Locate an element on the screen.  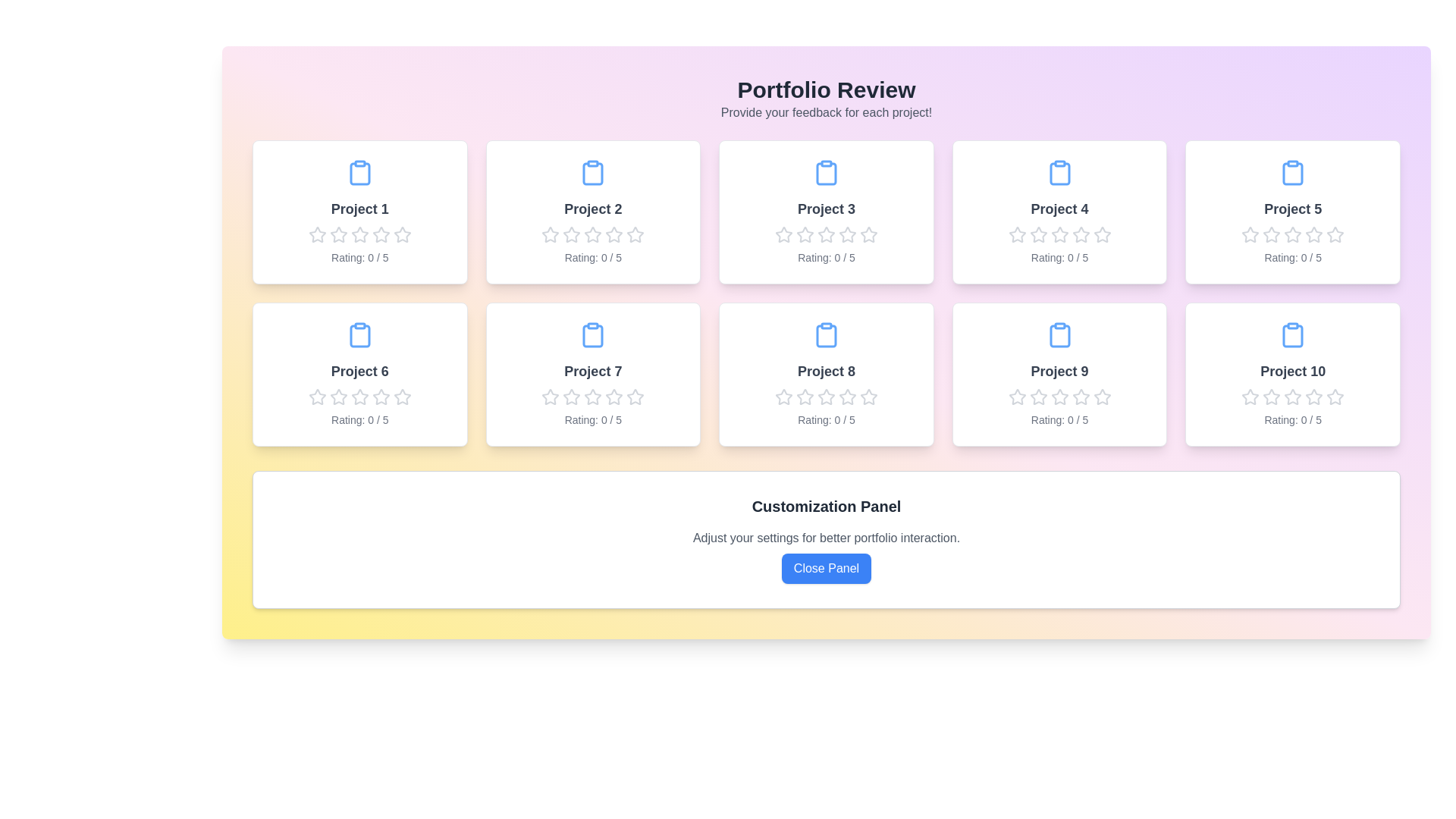
the clipboard icon of Project 1 is located at coordinates (359, 171).